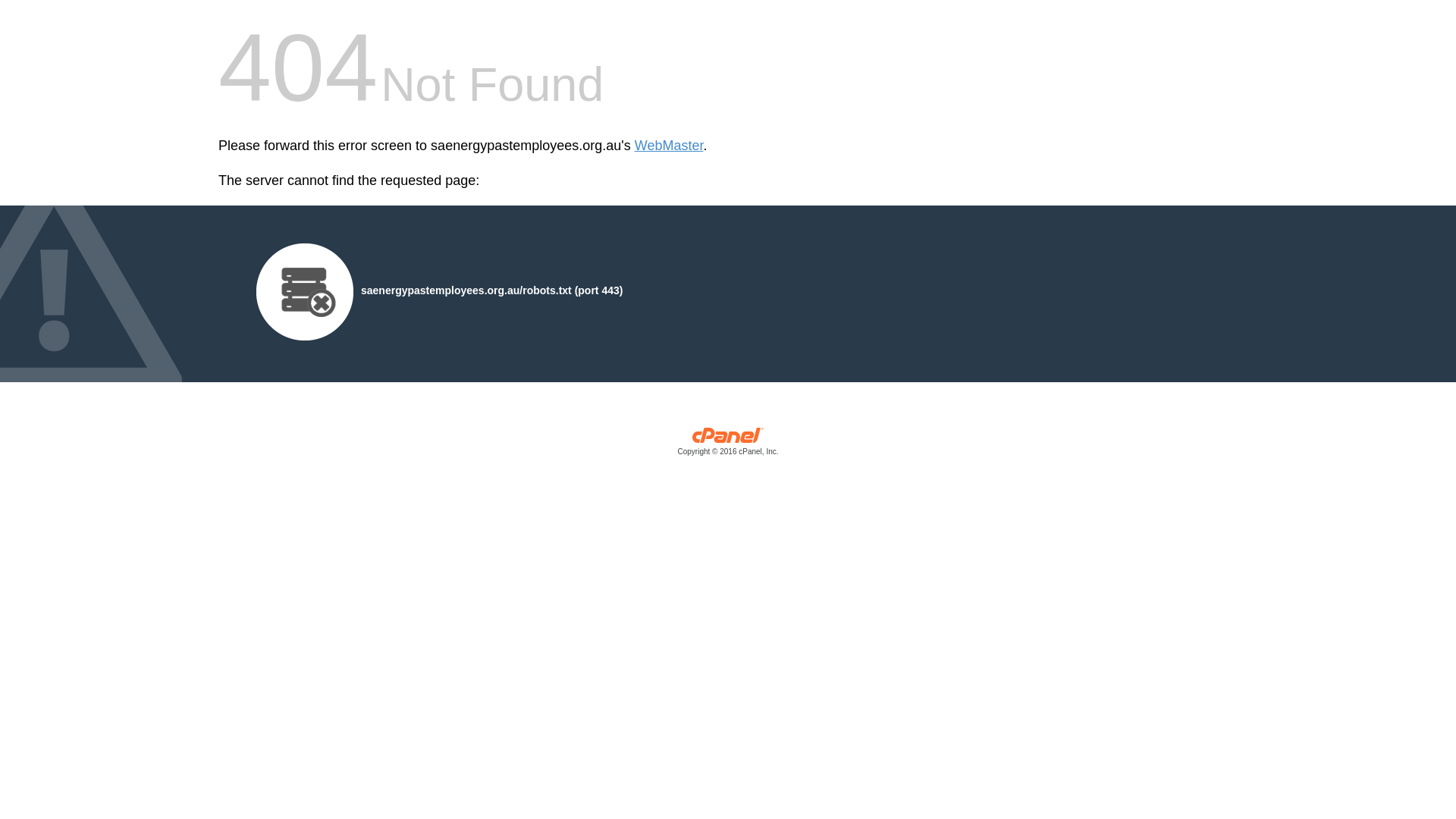 Image resolution: width=1456 pixels, height=819 pixels. Describe the element at coordinates (634, 146) in the screenshot. I see `'WebMaster'` at that location.